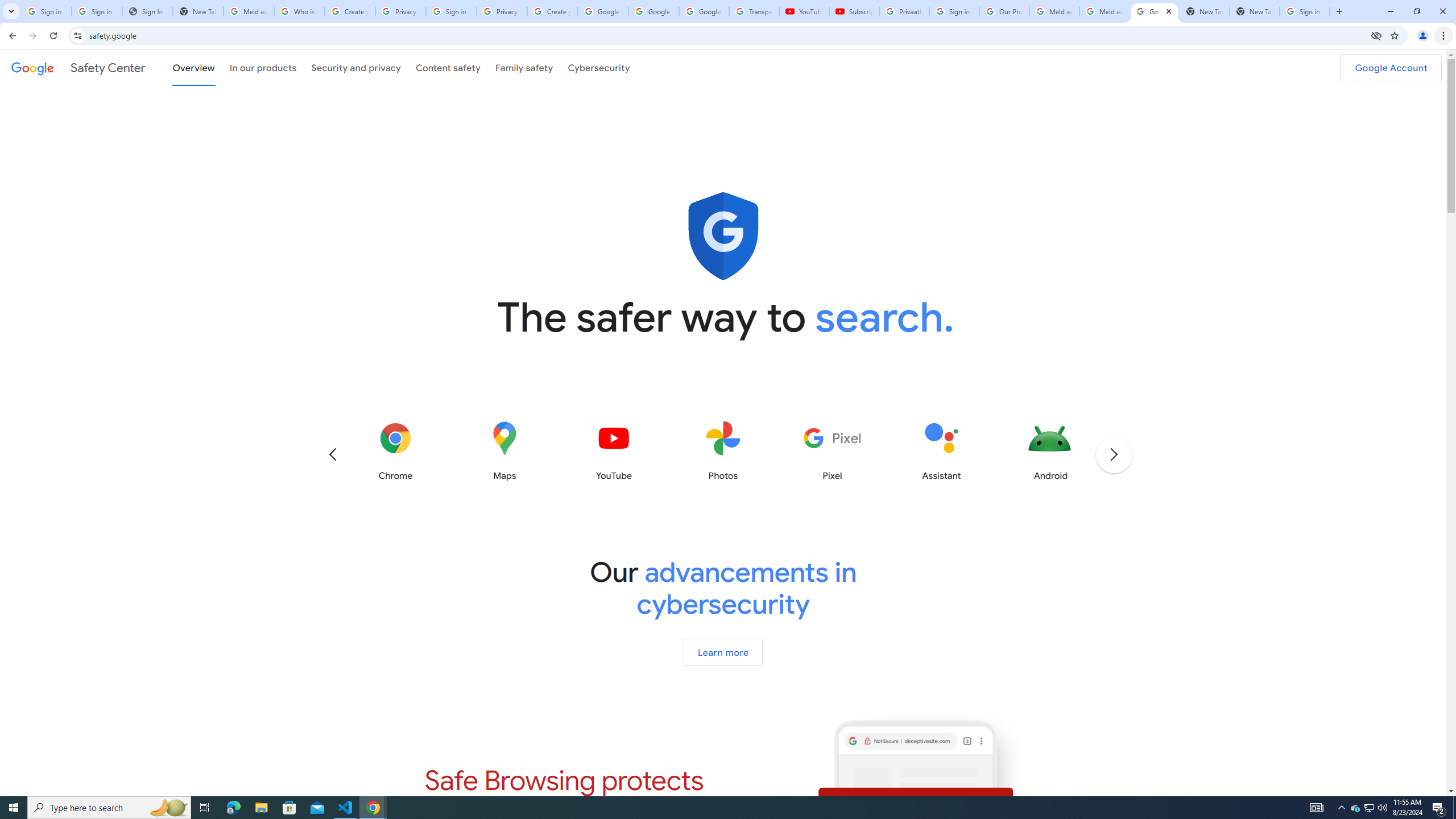 This screenshot has width=1456, height=819. Describe the element at coordinates (598, 67) in the screenshot. I see `'Cybersecurity'` at that location.